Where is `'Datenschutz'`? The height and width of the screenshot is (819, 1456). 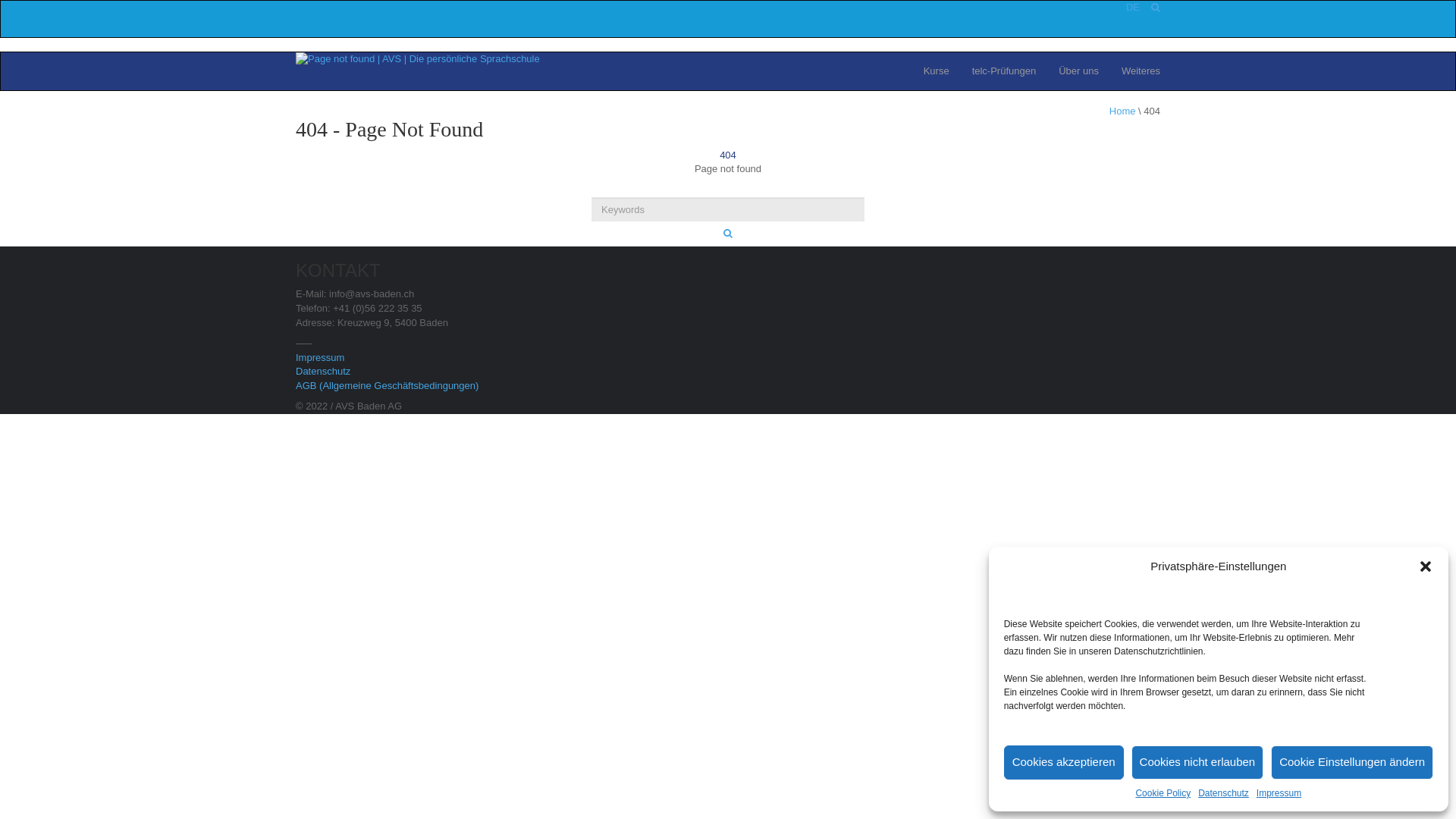 'Datenschutz' is located at coordinates (322, 371).